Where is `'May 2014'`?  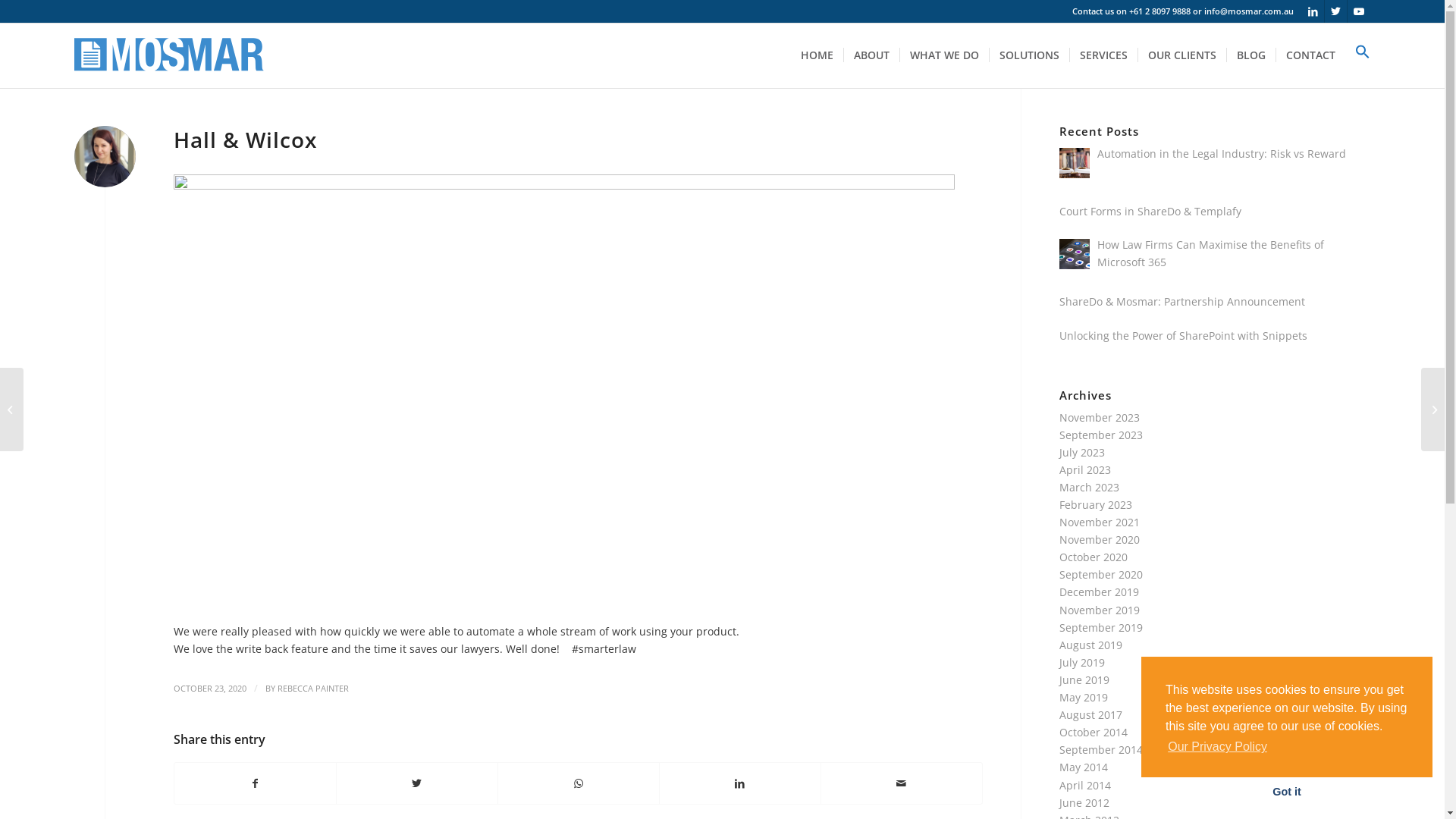
'May 2014' is located at coordinates (1083, 767).